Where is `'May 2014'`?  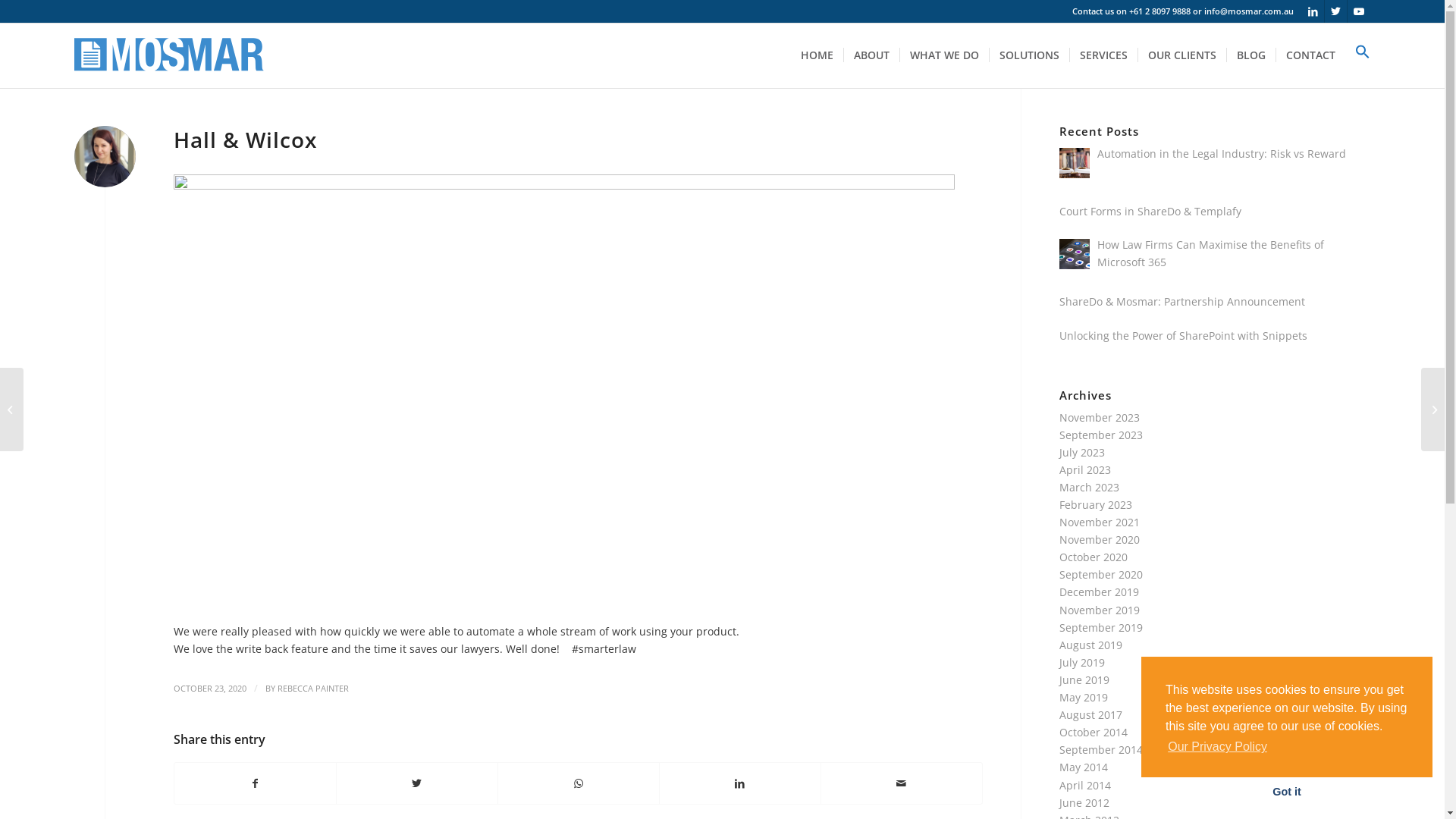
'May 2014' is located at coordinates (1083, 767).